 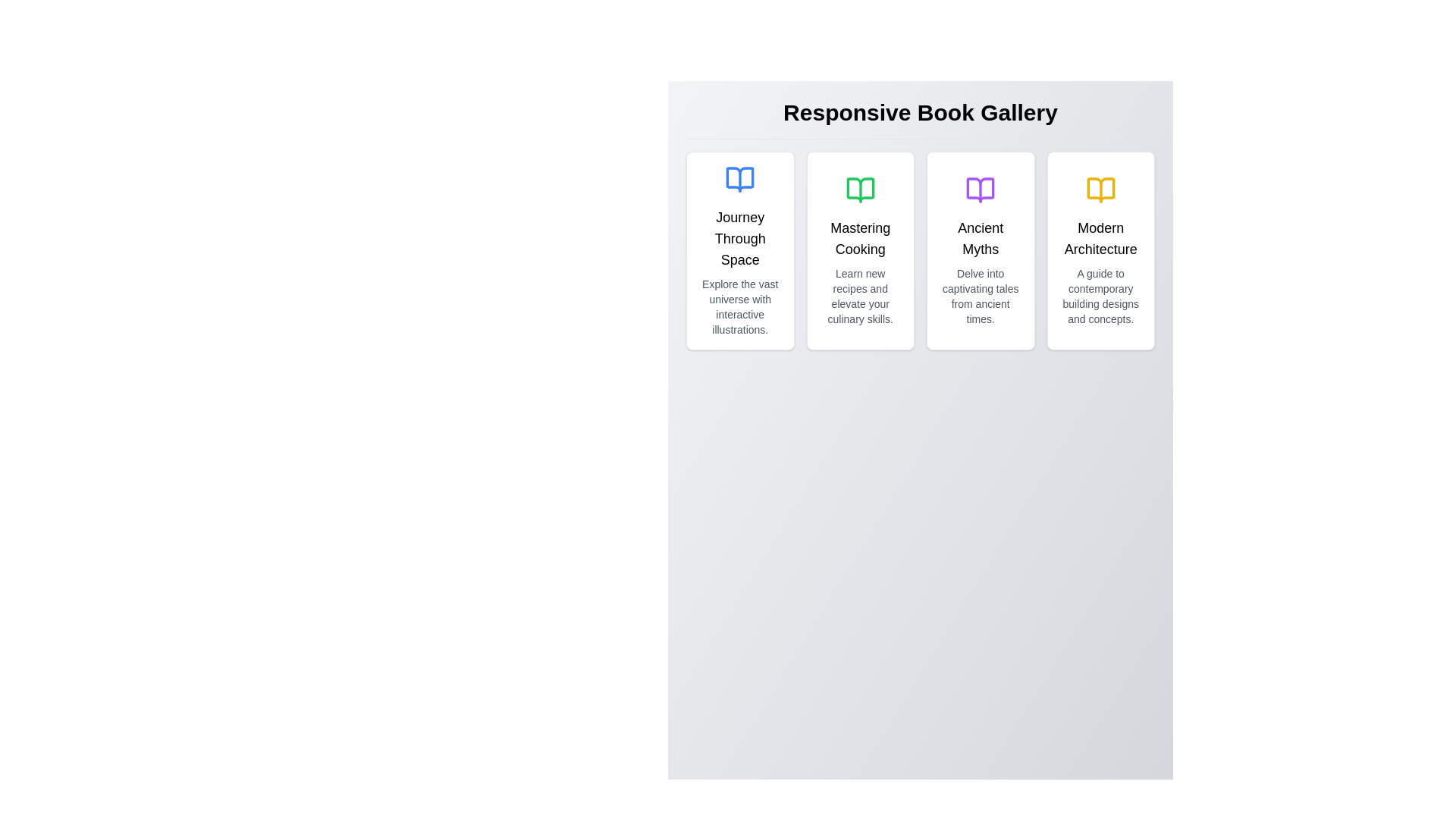 I want to click on the Text Label displaying 'Journey Through Space' which is styled in a large, bold font and is positioned below an open book icon, so click(x=740, y=239).